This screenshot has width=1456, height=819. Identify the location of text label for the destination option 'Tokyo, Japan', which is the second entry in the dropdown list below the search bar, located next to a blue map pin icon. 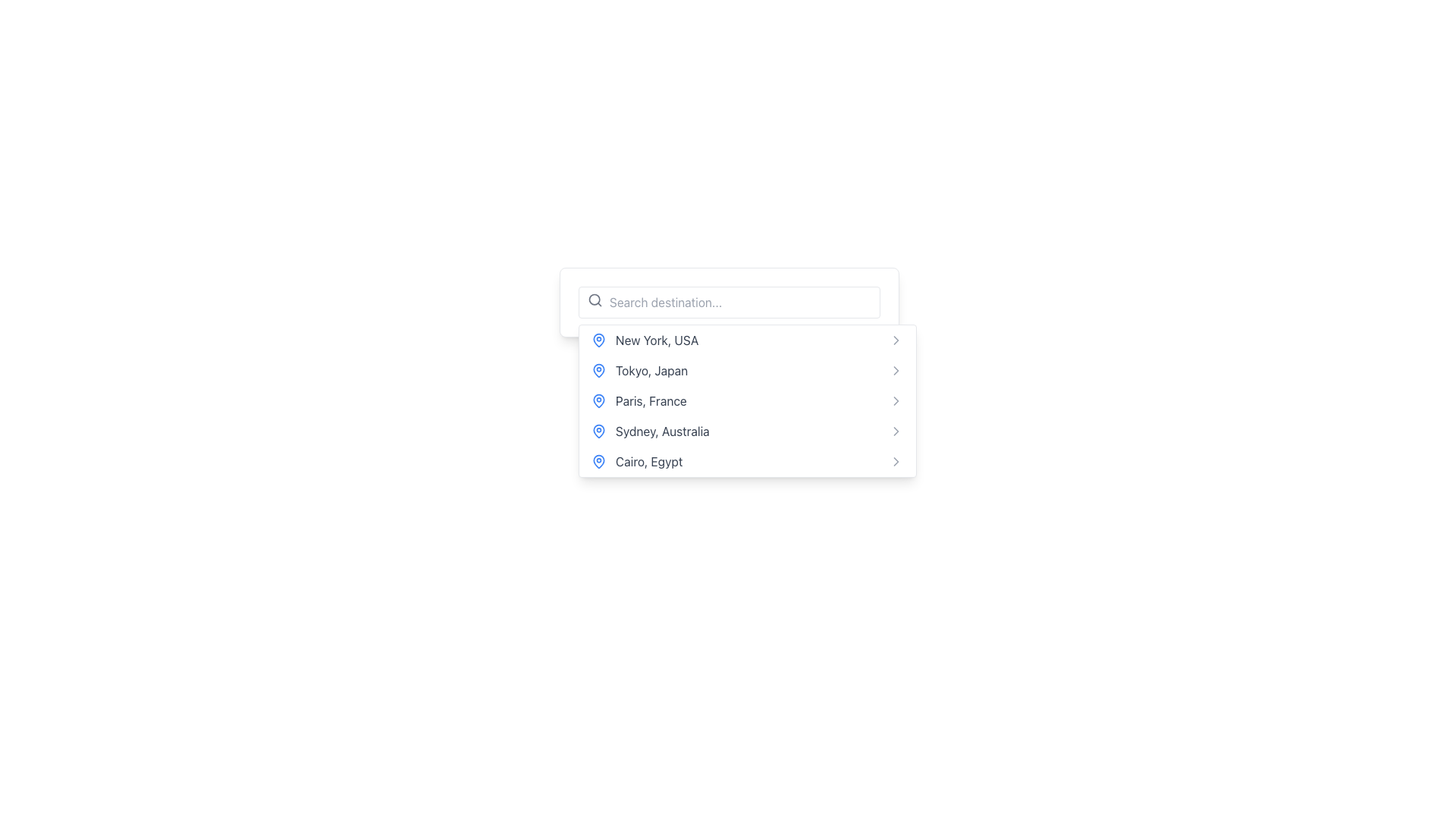
(651, 371).